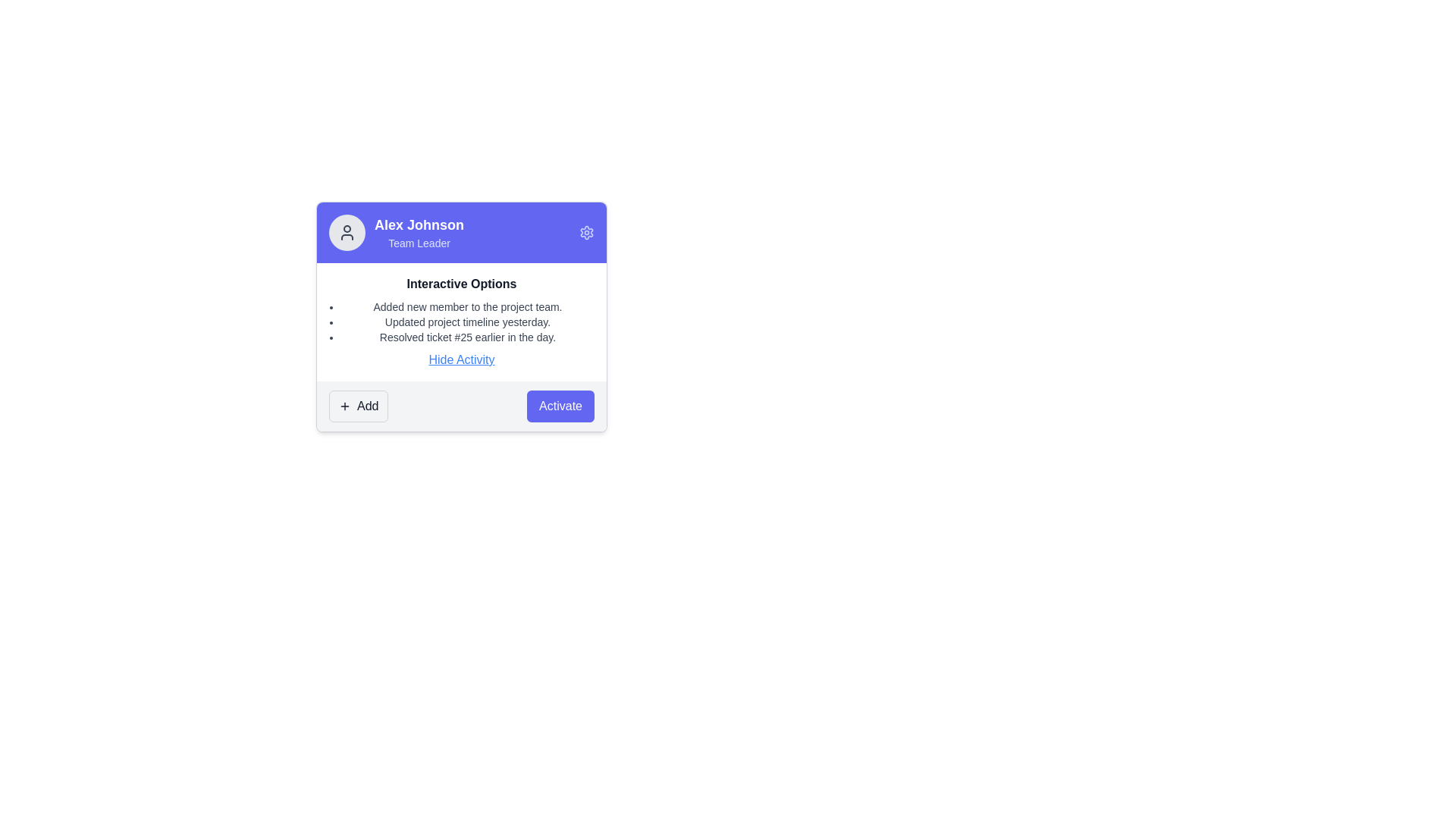  What do you see at coordinates (358, 406) in the screenshot?
I see `the 'Add' button, which is a rounded rectangle with a white background and gray border, located in the footer section of the user profile card` at bounding box center [358, 406].